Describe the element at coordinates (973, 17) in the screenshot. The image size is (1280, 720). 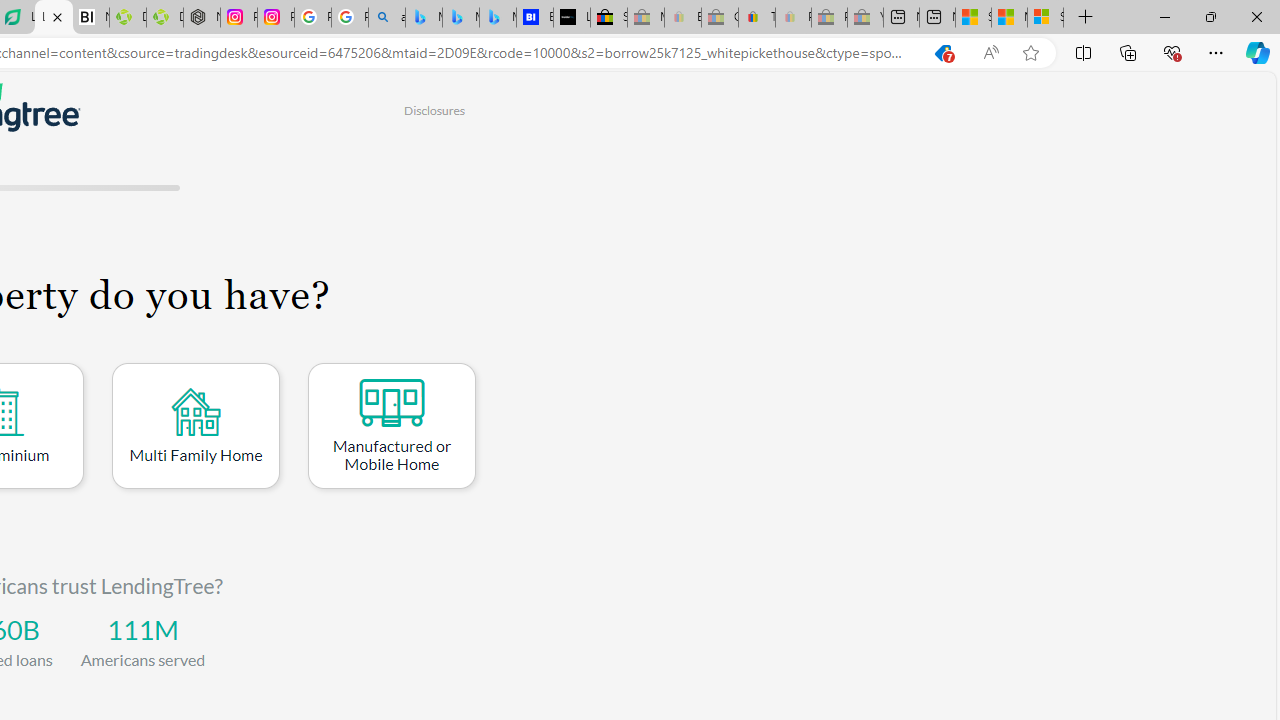
I see `'Shanghai, China hourly forecast | Microsoft Weather'` at that location.